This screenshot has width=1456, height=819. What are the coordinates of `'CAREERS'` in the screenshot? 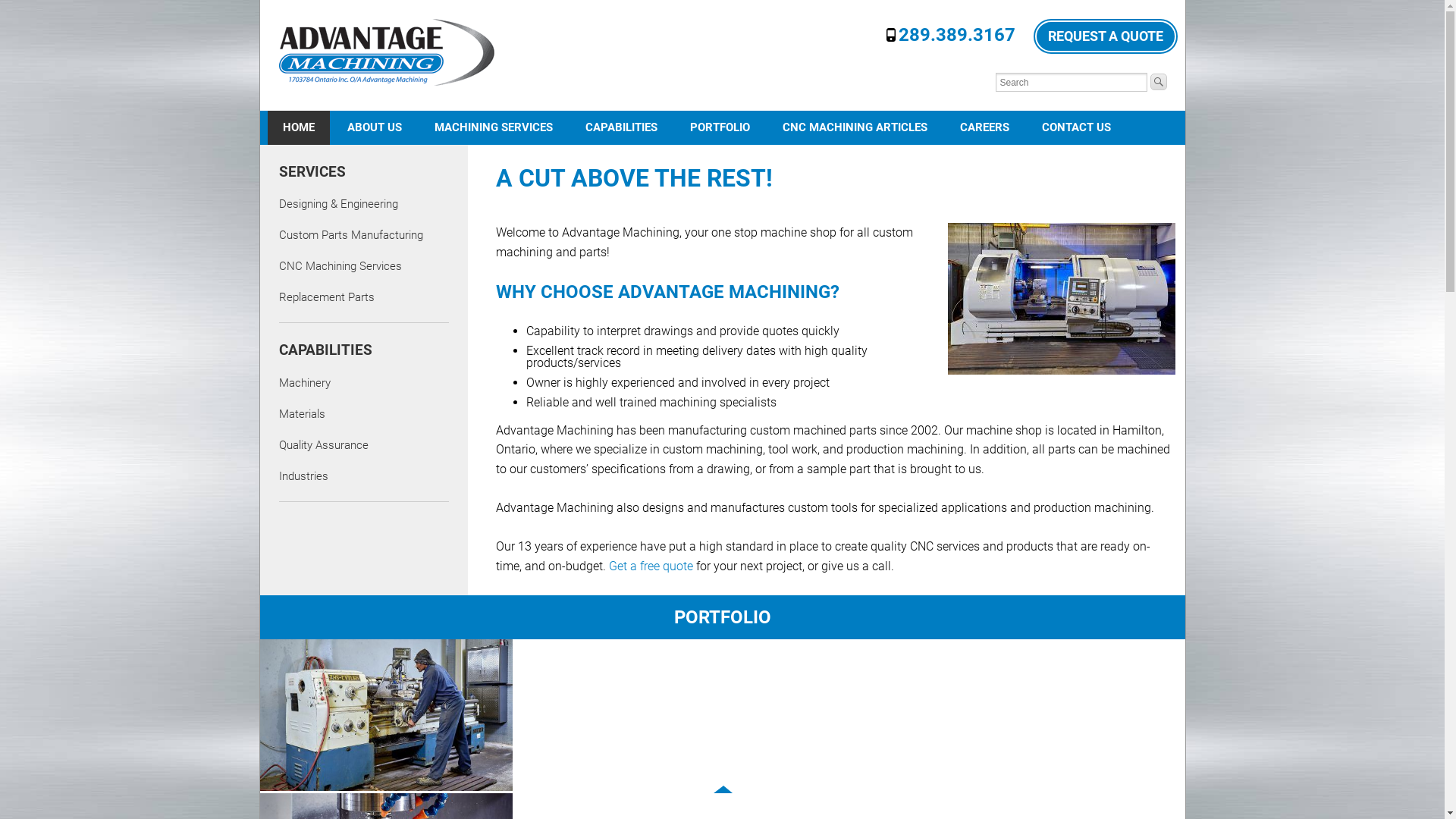 It's located at (984, 127).